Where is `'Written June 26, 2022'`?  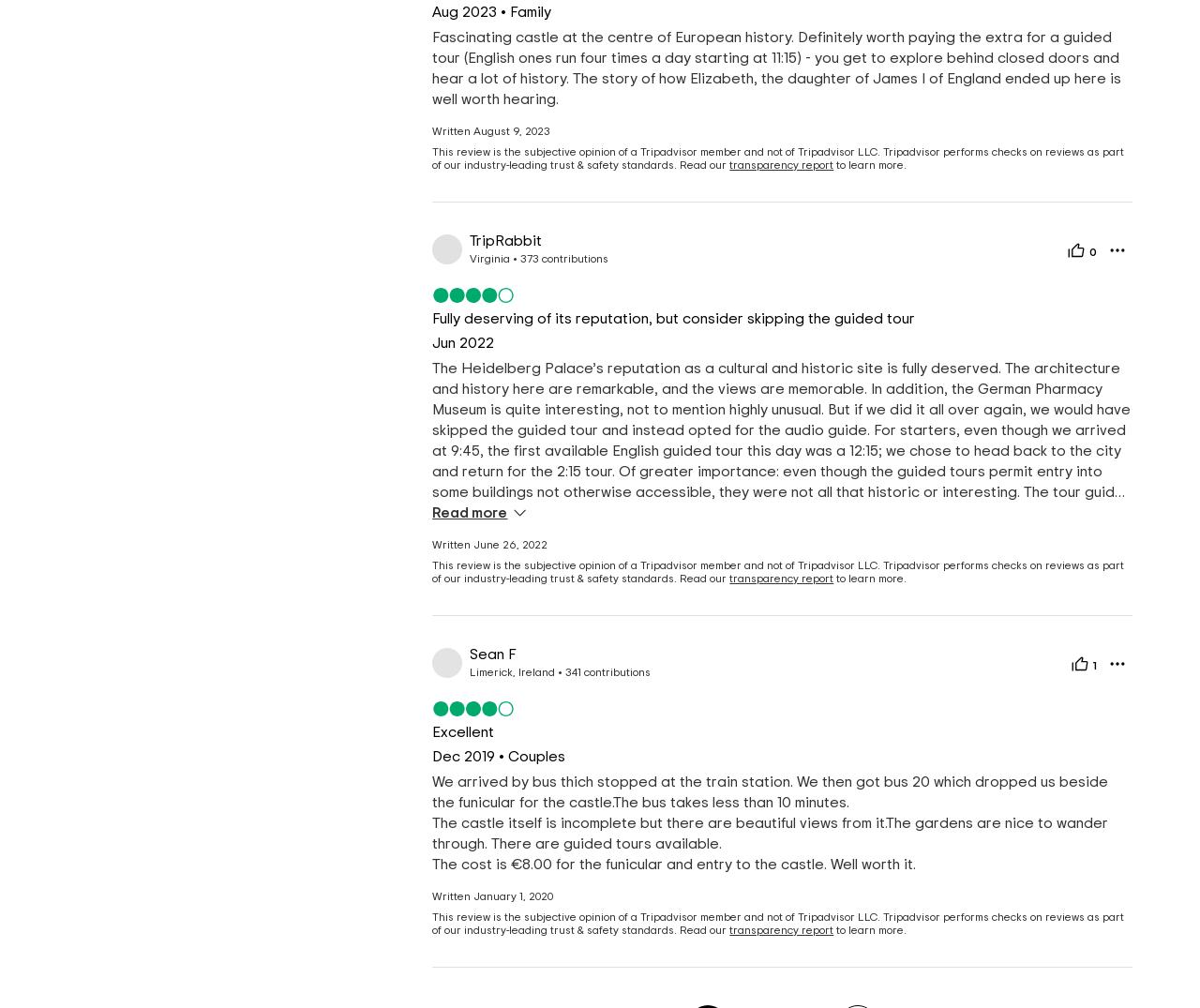 'Written June 26, 2022' is located at coordinates (489, 545).